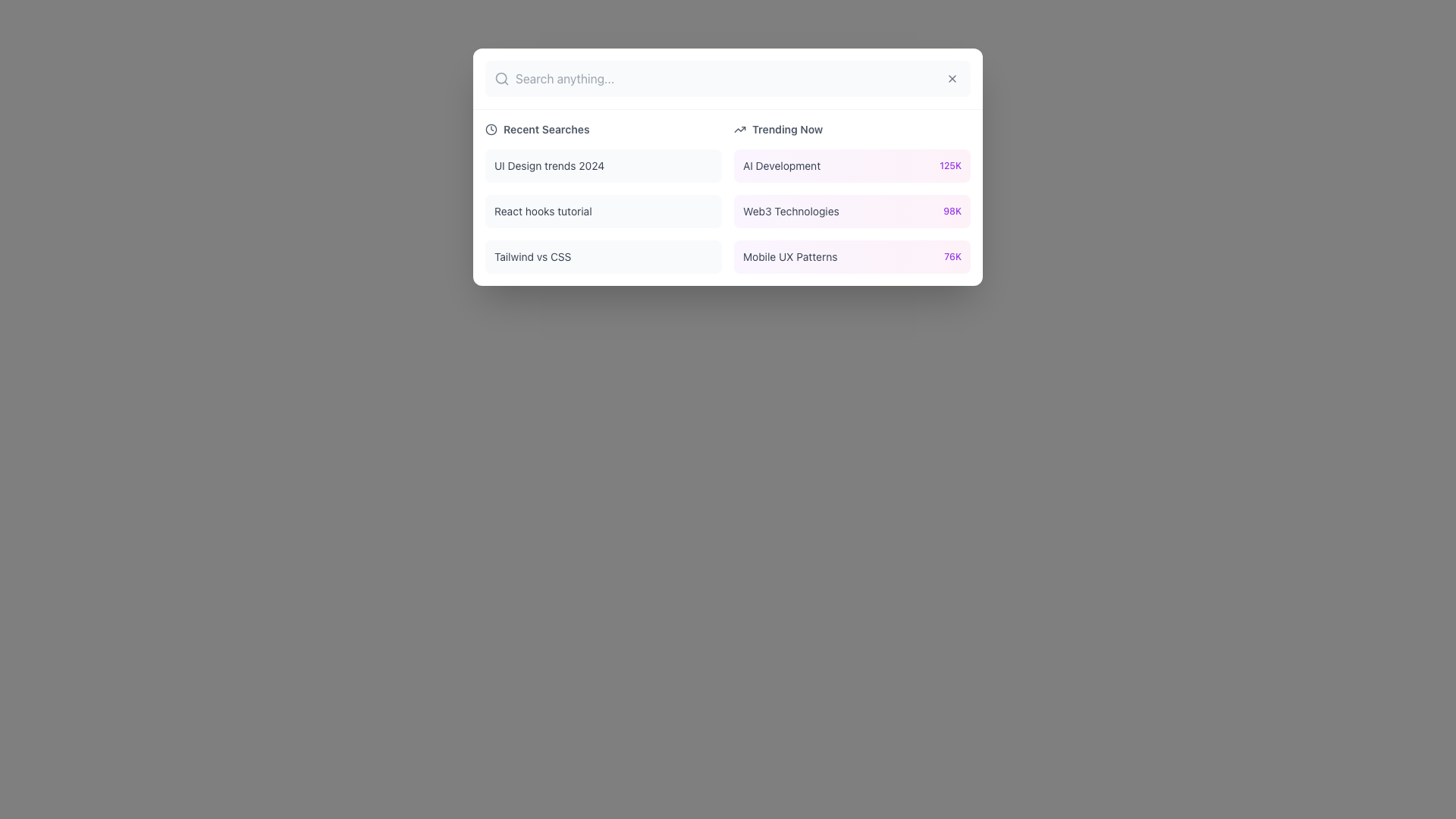 This screenshot has height=819, width=1456. What do you see at coordinates (852, 211) in the screenshot?
I see `the 'Web3 Technologies' interactive card in the 'Trending Now' section` at bounding box center [852, 211].